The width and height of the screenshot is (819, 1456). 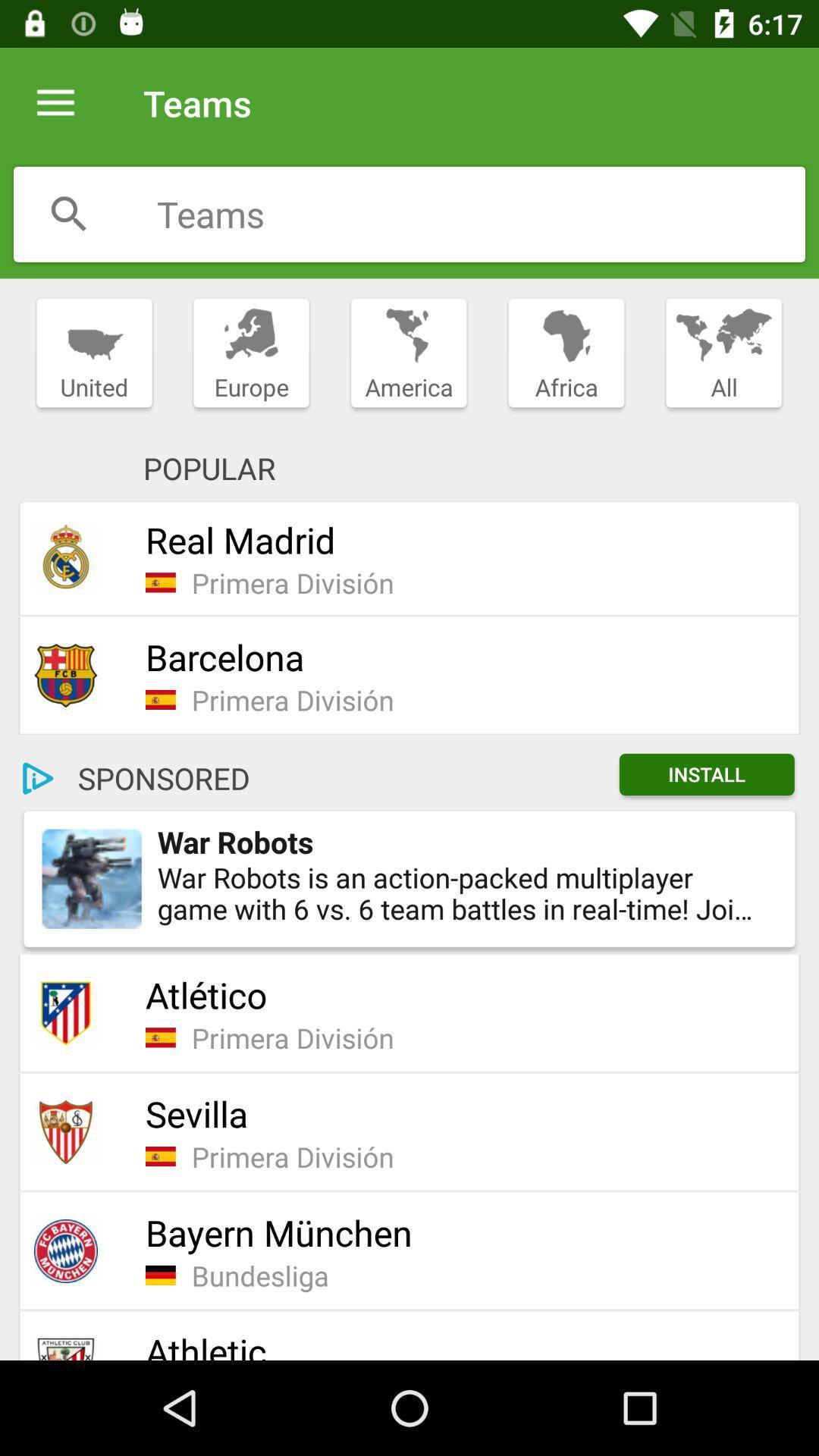 I want to click on item next to america item, so click(x=566, y=353).